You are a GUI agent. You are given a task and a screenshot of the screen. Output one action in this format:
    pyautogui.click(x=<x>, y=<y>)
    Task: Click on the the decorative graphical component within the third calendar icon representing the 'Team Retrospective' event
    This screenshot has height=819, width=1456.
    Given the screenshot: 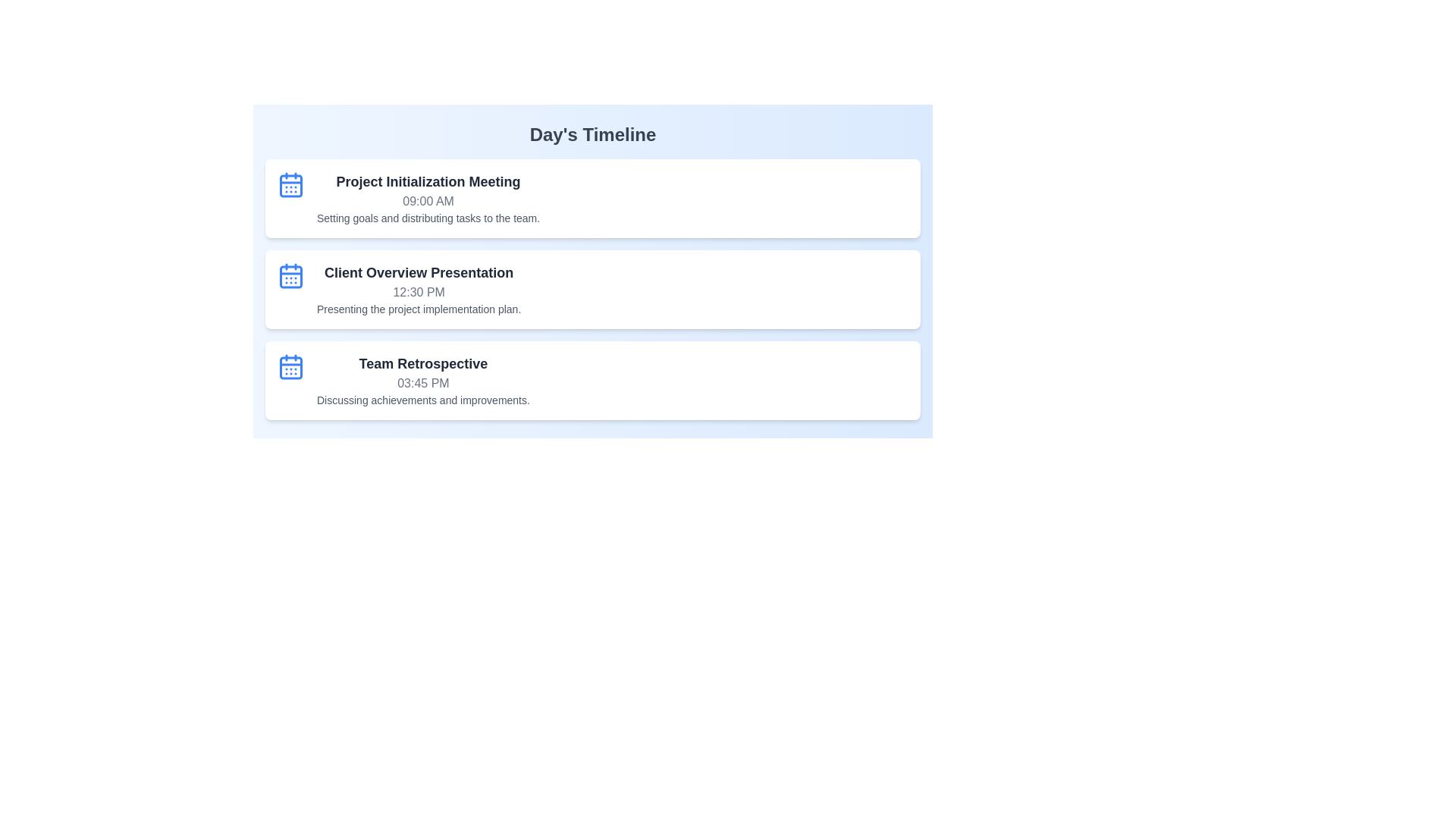 What is the action you would take?
    pyautogui.click(x=291, y=368)
    